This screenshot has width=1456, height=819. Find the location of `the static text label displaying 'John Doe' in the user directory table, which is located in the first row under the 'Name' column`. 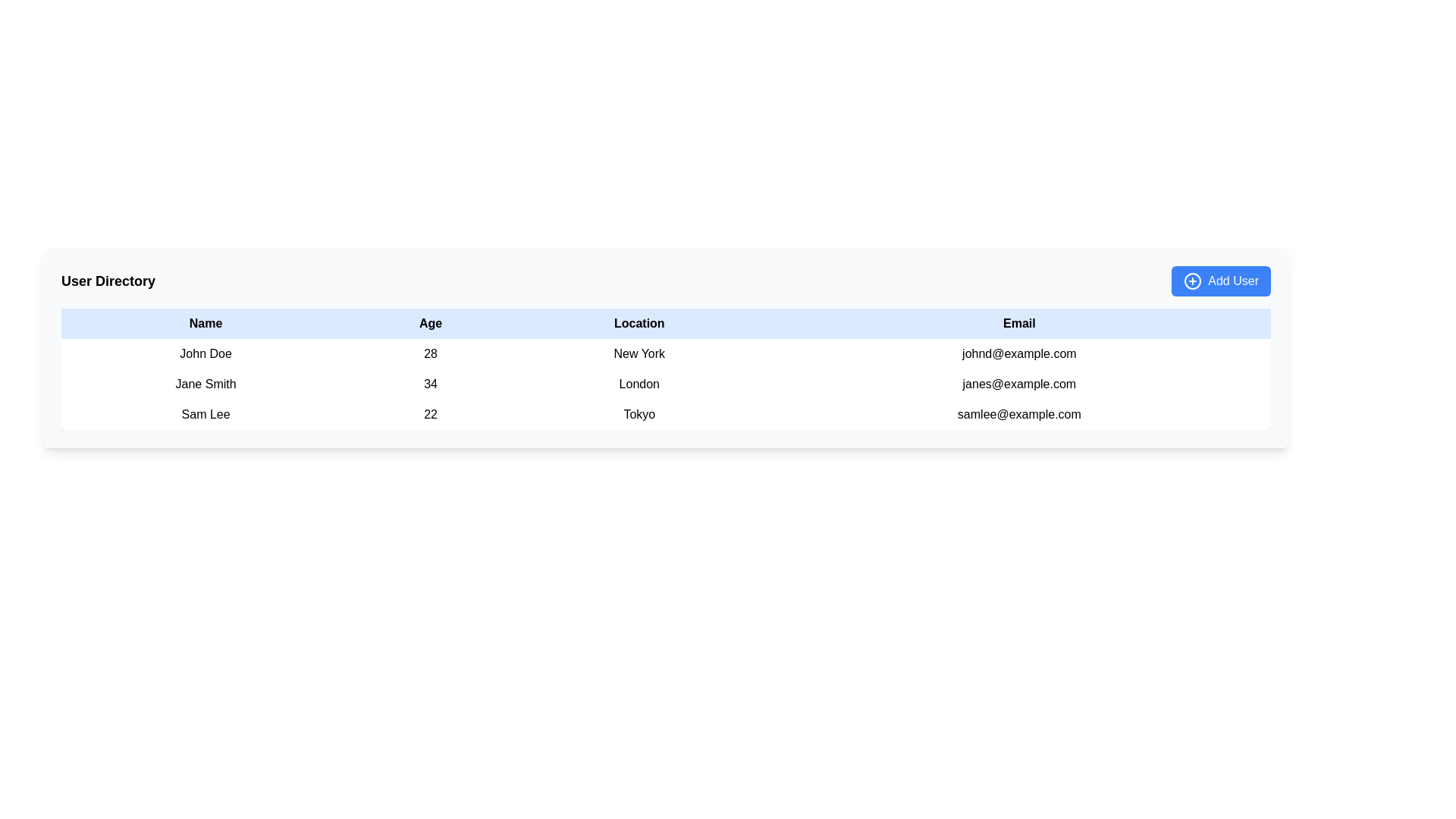

the static text label displaying 'John Doe' in the user directory table, which is located in the first row under the 'Name' column is located at coordinates (205, 353).